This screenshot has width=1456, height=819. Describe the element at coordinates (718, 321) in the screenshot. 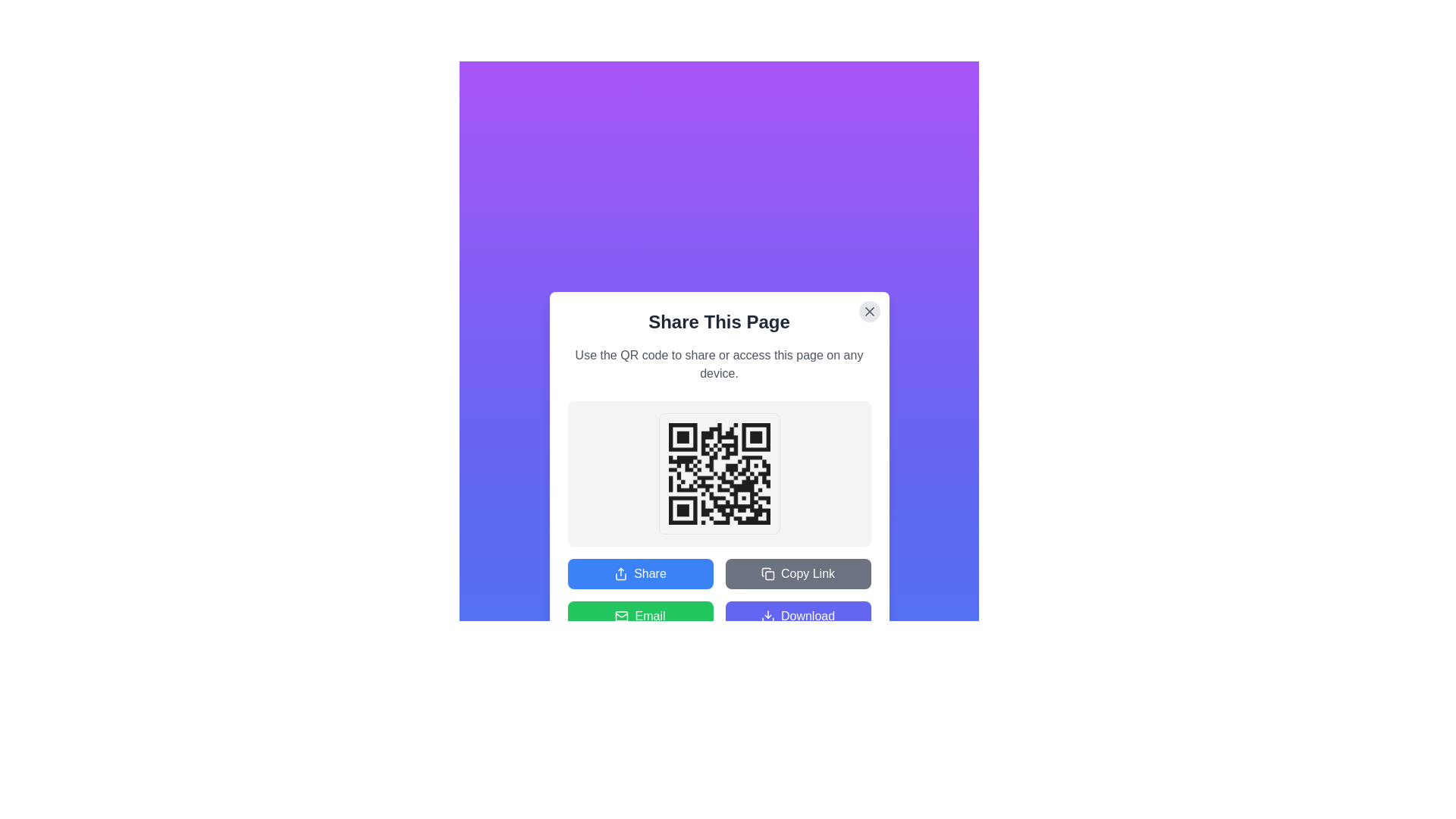

I see `the header text element that indicates the purpose of sharing the current page, located within the dialog box below the close button and above the descriptive text` at that location.